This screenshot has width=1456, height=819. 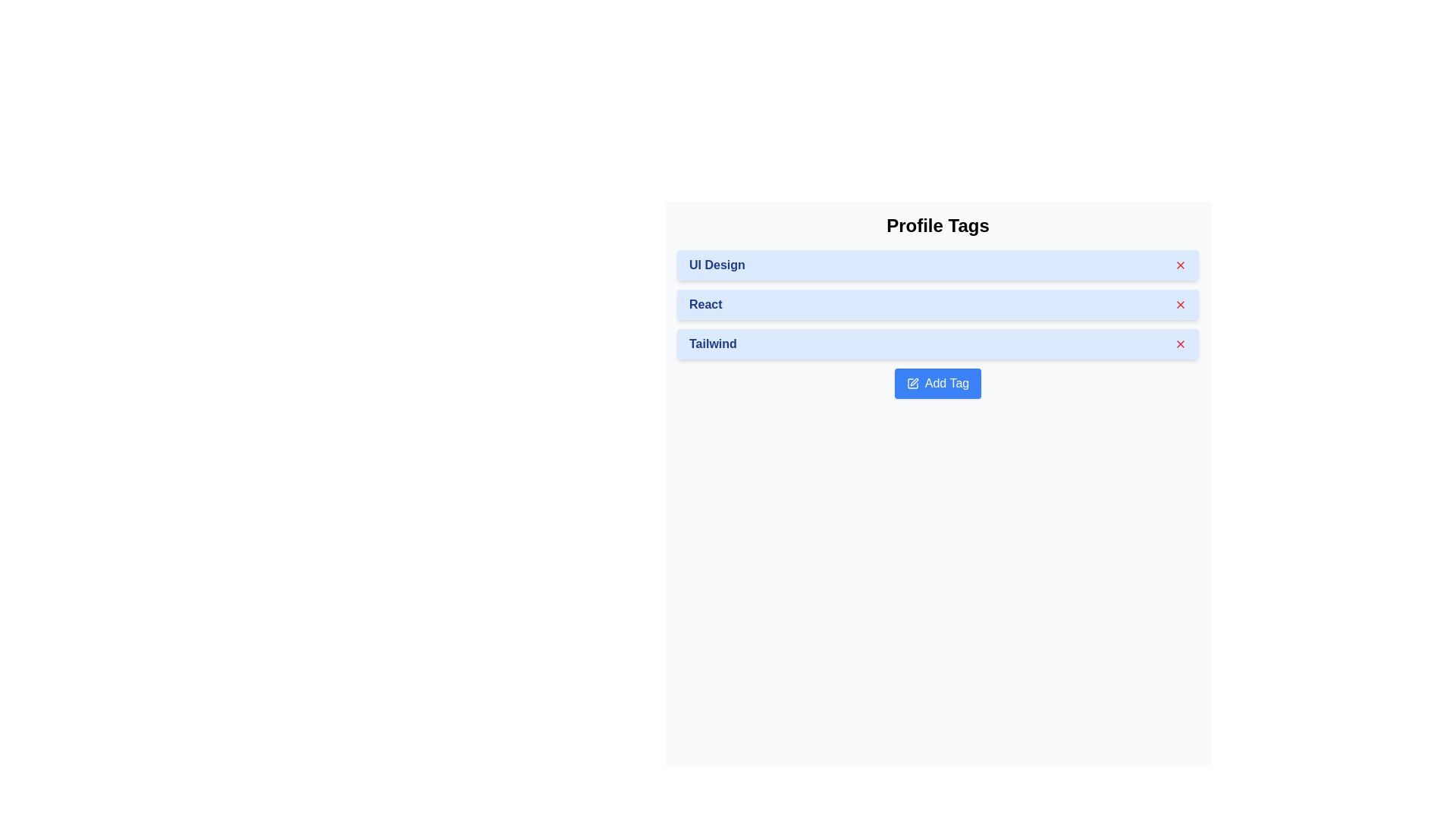 What do you see at coordinates (716, 265) in the screenshot?
I see `the 'UI Design' text label, which is styled in bold blue font and located on a light blue background within the first tag item under 'Profile Tags'` at bounding box center [716, 265].